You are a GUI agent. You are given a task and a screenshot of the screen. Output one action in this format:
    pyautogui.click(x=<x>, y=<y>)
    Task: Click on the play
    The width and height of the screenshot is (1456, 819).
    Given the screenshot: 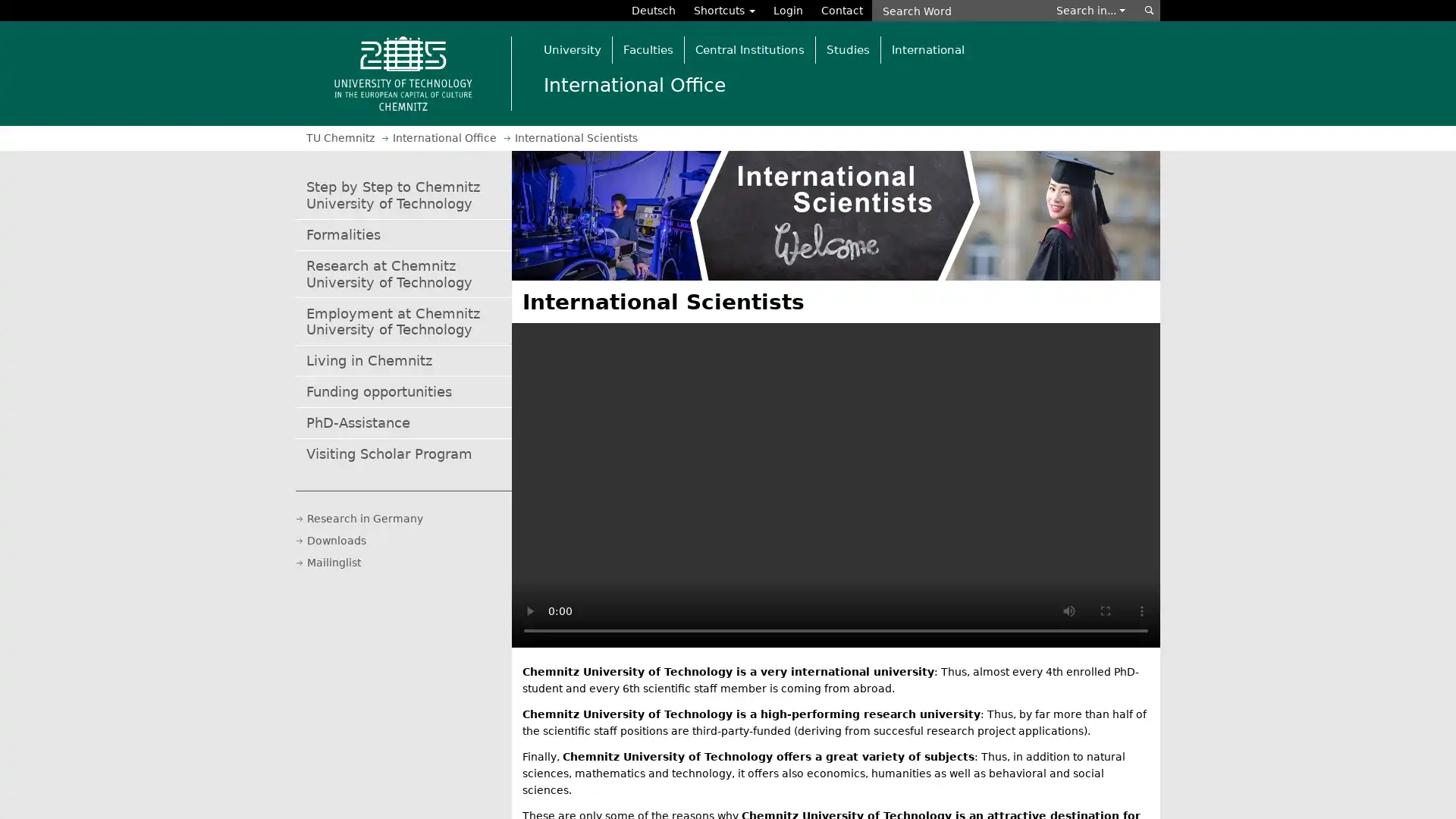 What is the action you would take?
    pyautogui.click(x=530, y=610)
    